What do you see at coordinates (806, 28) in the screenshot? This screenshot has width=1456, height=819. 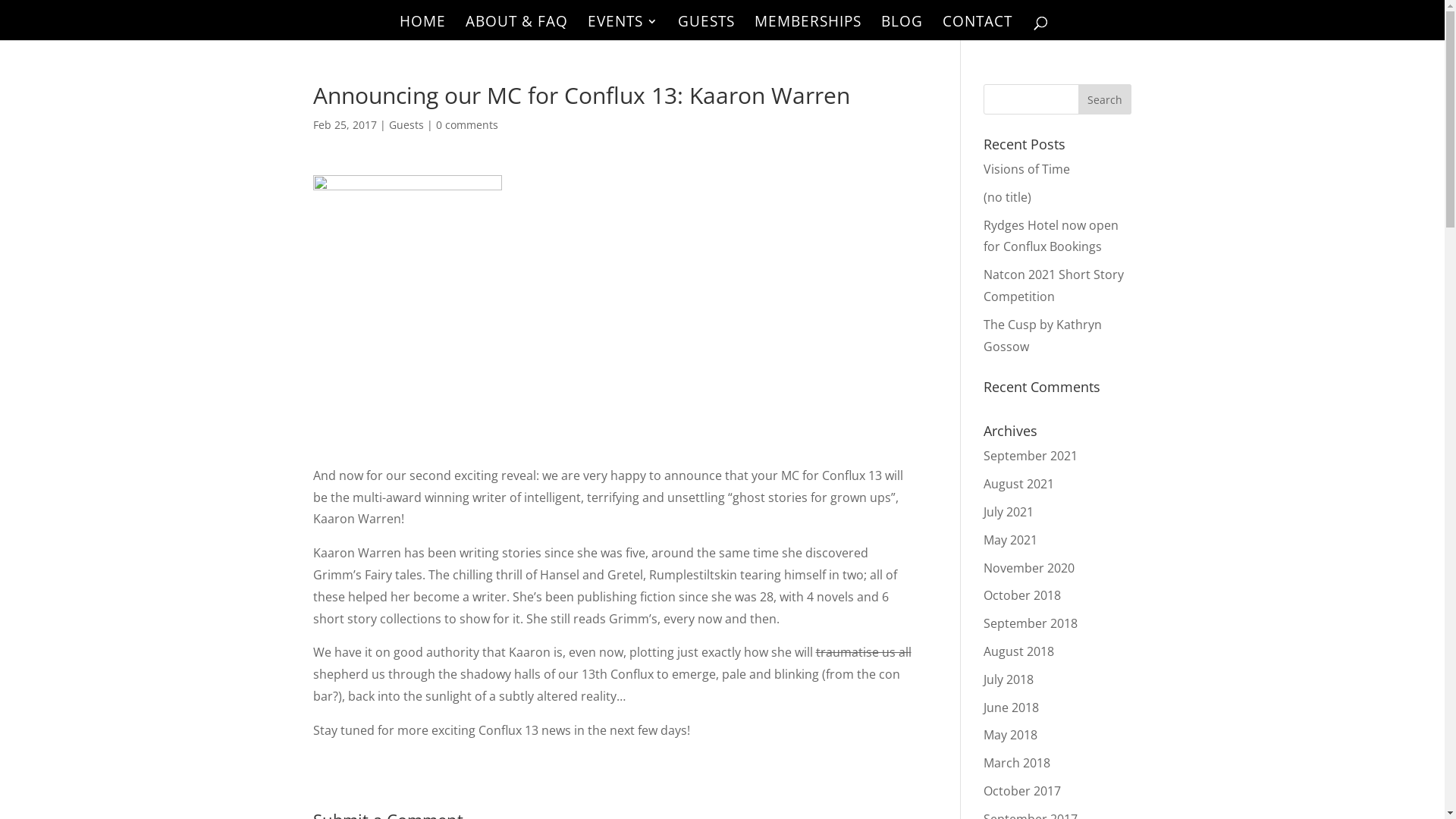 I see `'MEMBERSHIPS'` at bounding box center [806, 28].